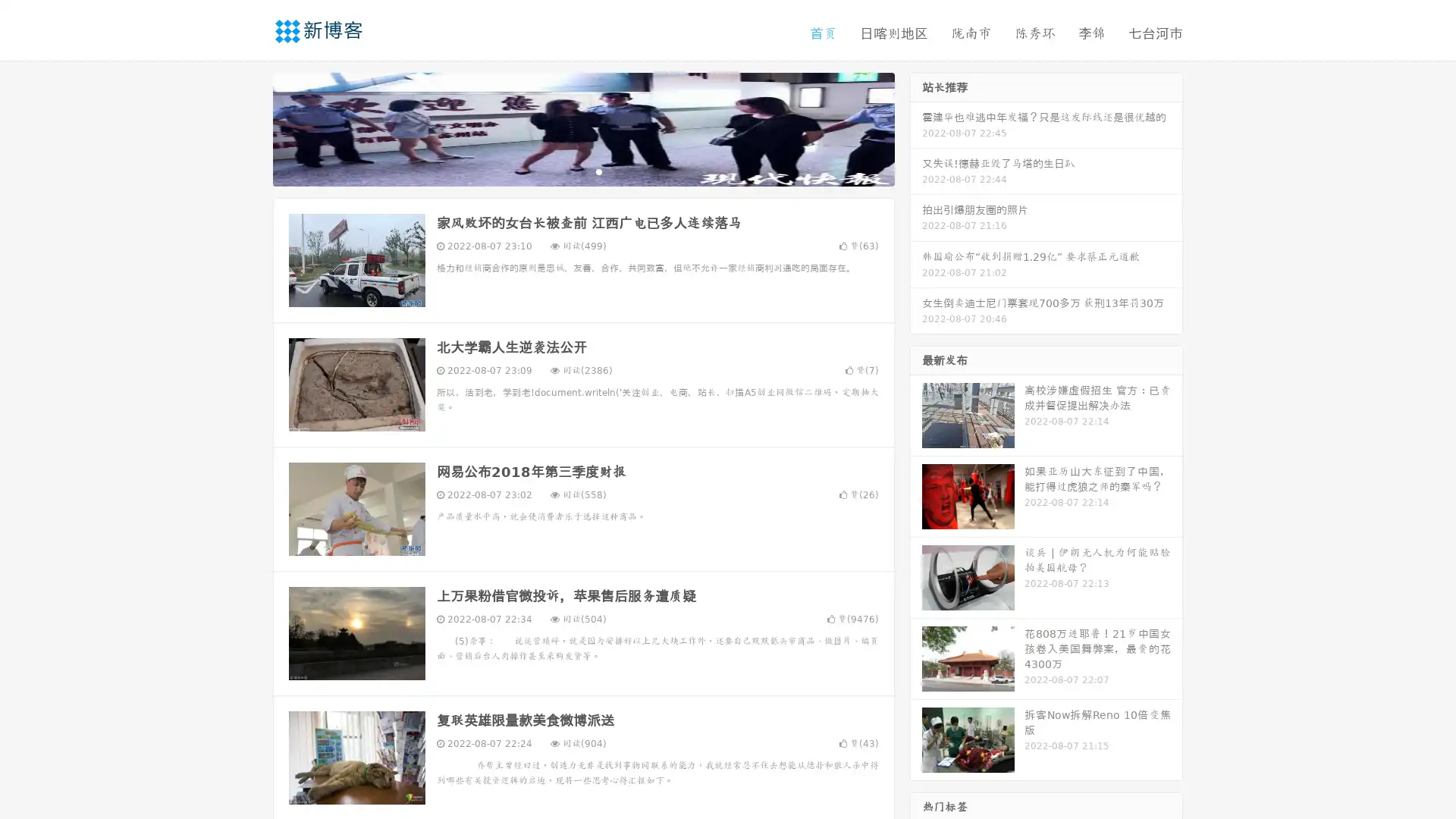 The width and height of the screenshot is (1456, 819). What do you see at coordinates (567, 171) in the screenshot?
I see `Go to slide 1` at bounding box center [567, 171].